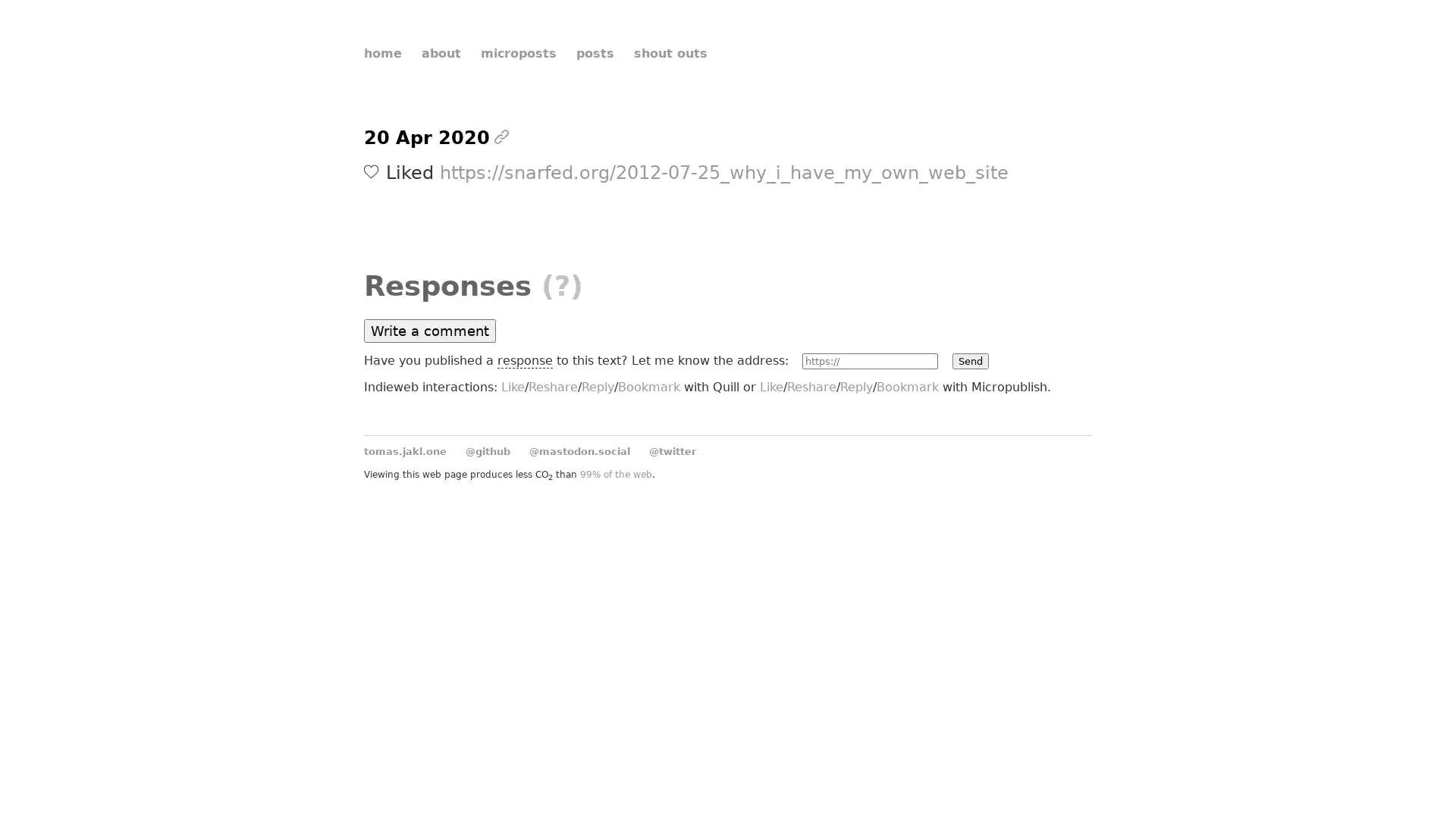 This screenshot has height=819, width=1456. Describe the element at coordinates (968, 360) in the screenshot. I see `Send` at that location.